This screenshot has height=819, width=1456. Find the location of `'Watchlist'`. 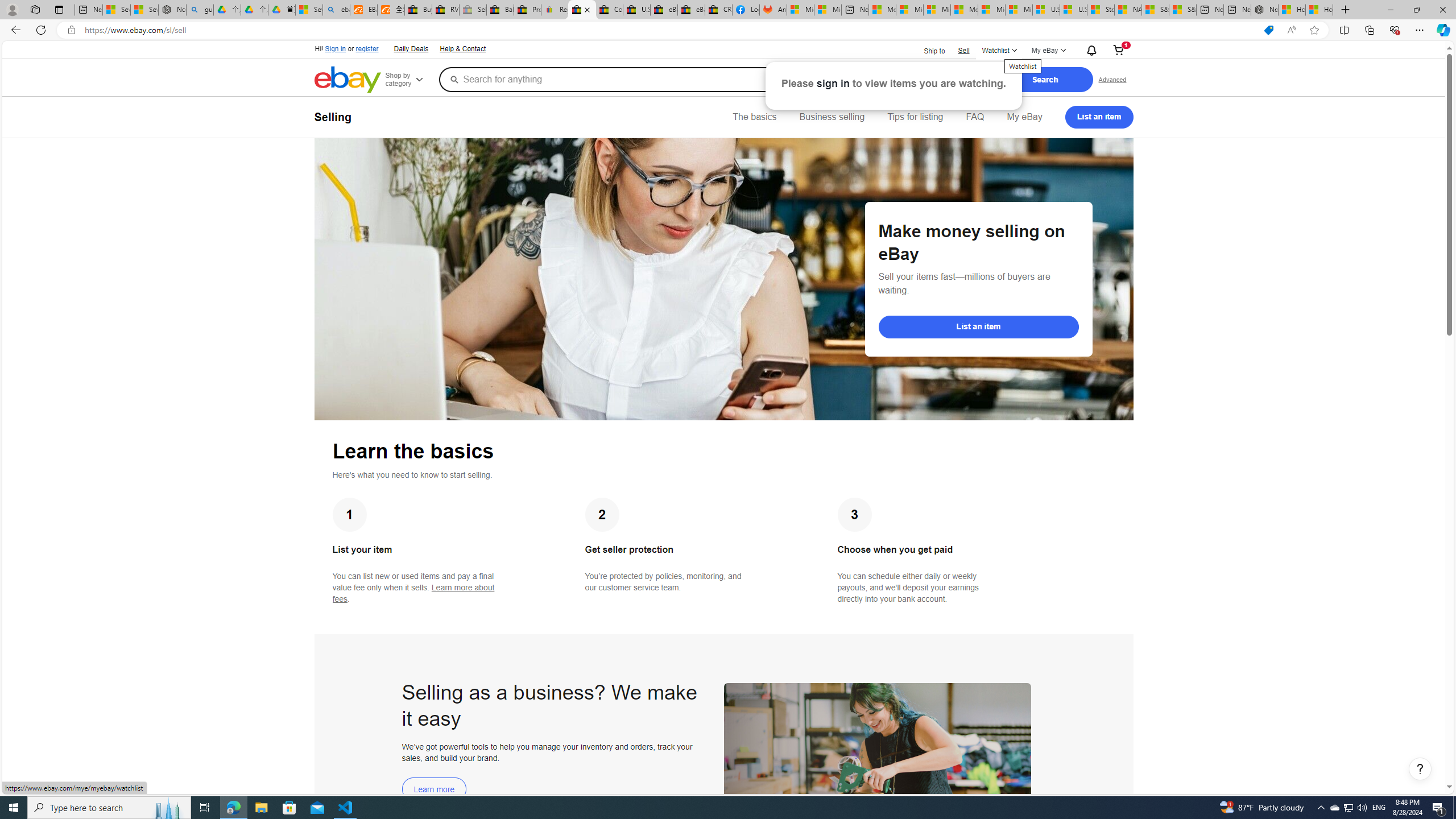

'Watchlist' is located at coordinates (999, 50).